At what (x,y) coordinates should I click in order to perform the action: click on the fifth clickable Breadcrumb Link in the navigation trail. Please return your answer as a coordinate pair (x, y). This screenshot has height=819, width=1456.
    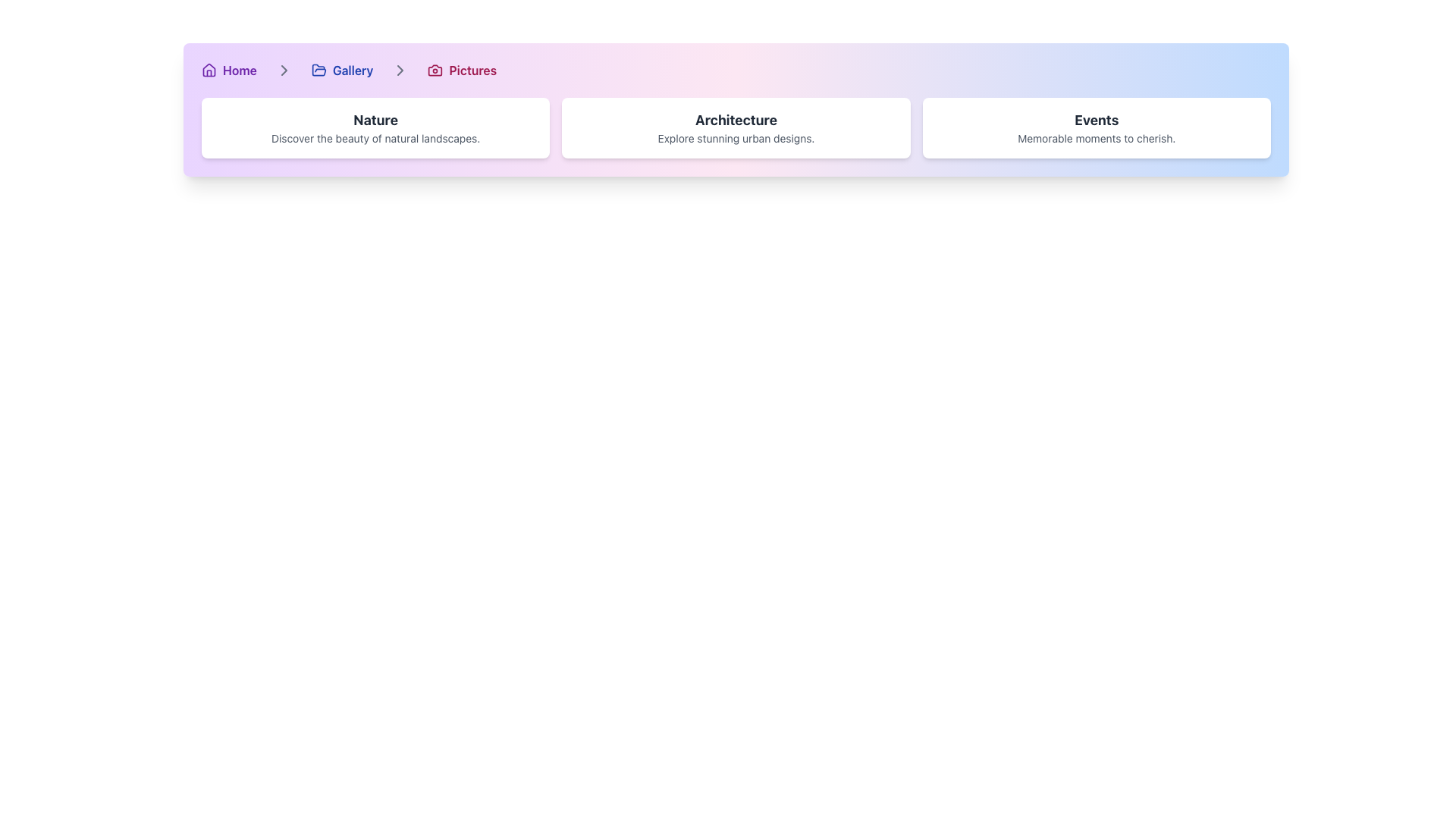
    Looking at the image, I should click on (461, 70).